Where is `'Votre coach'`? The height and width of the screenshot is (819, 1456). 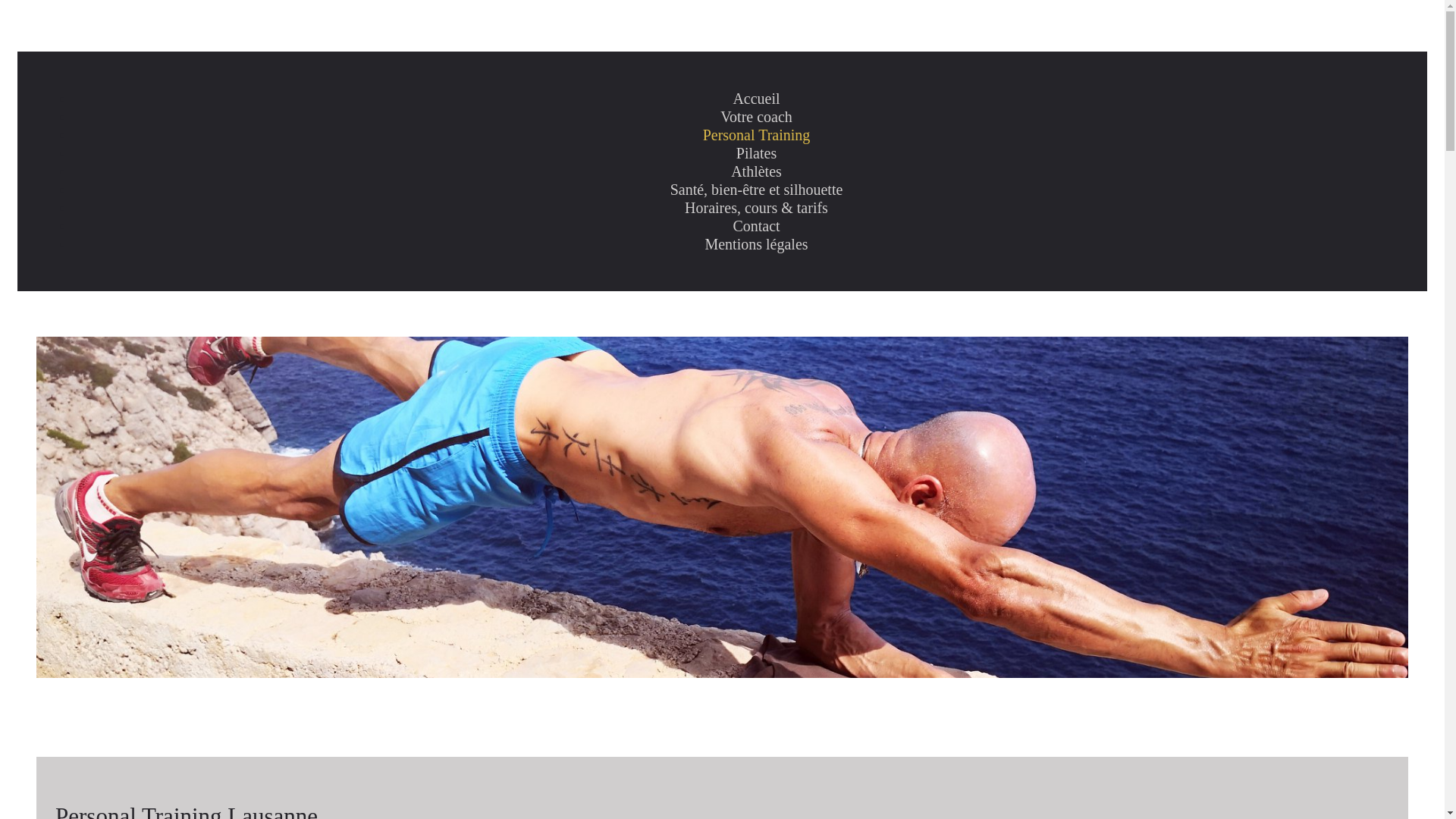
'Votre coach' is located at coordinates (720, 116).